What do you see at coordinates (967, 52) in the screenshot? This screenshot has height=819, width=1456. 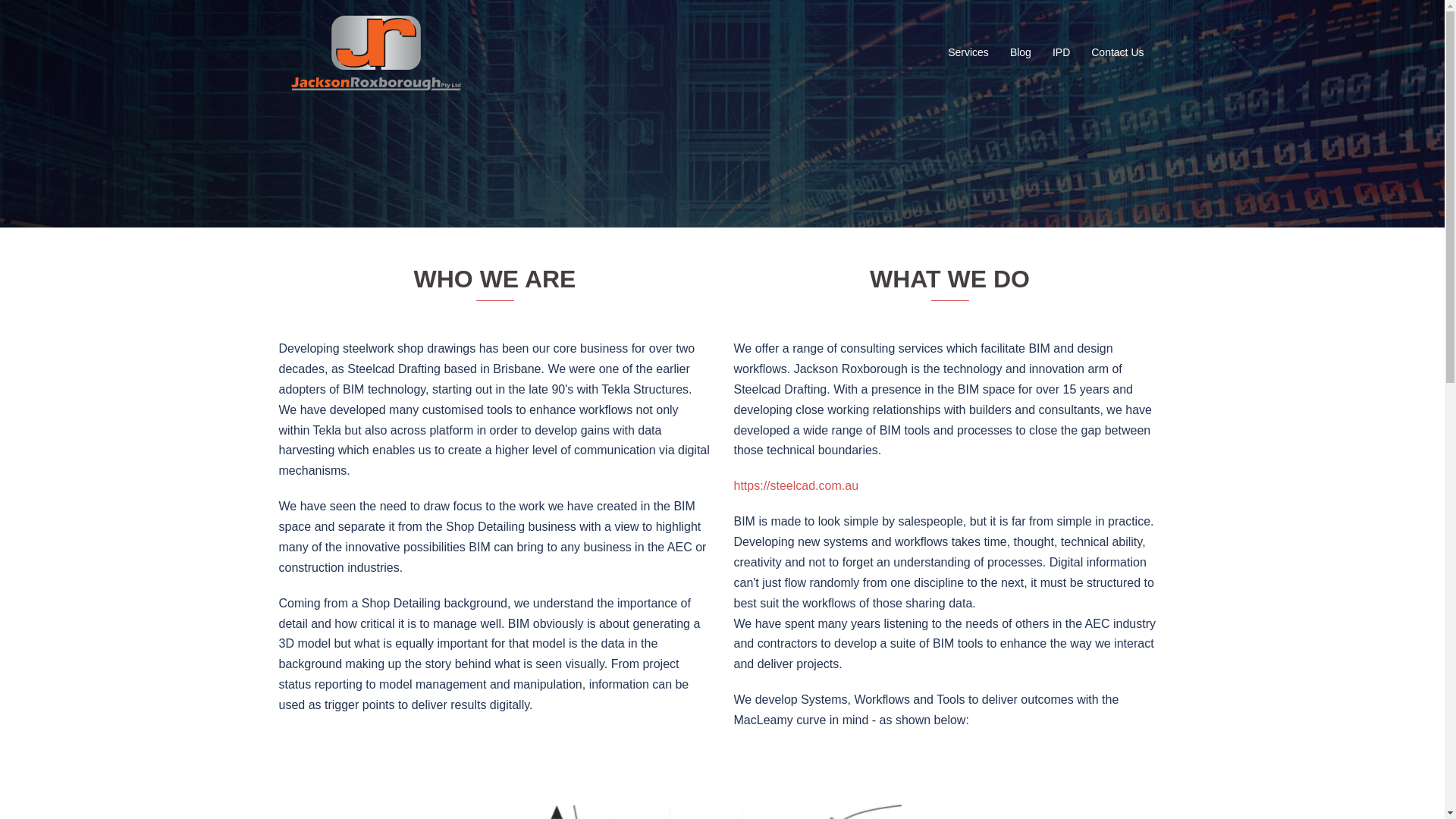 I see `'Services'` at bounding box center [967, 52].